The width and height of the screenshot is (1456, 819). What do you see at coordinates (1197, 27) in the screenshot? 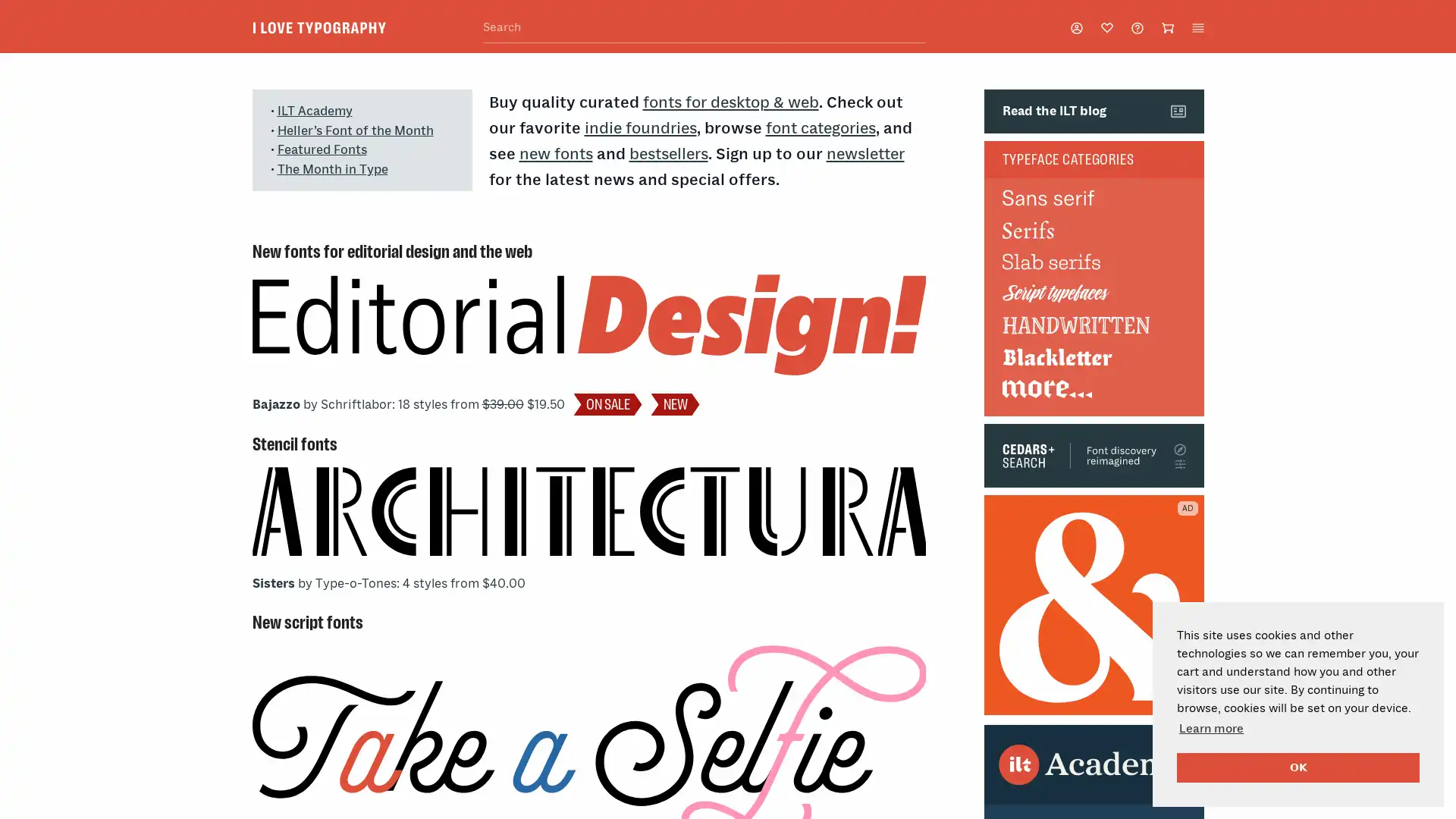
I see `Menu` at bounding box center [1197, 27].